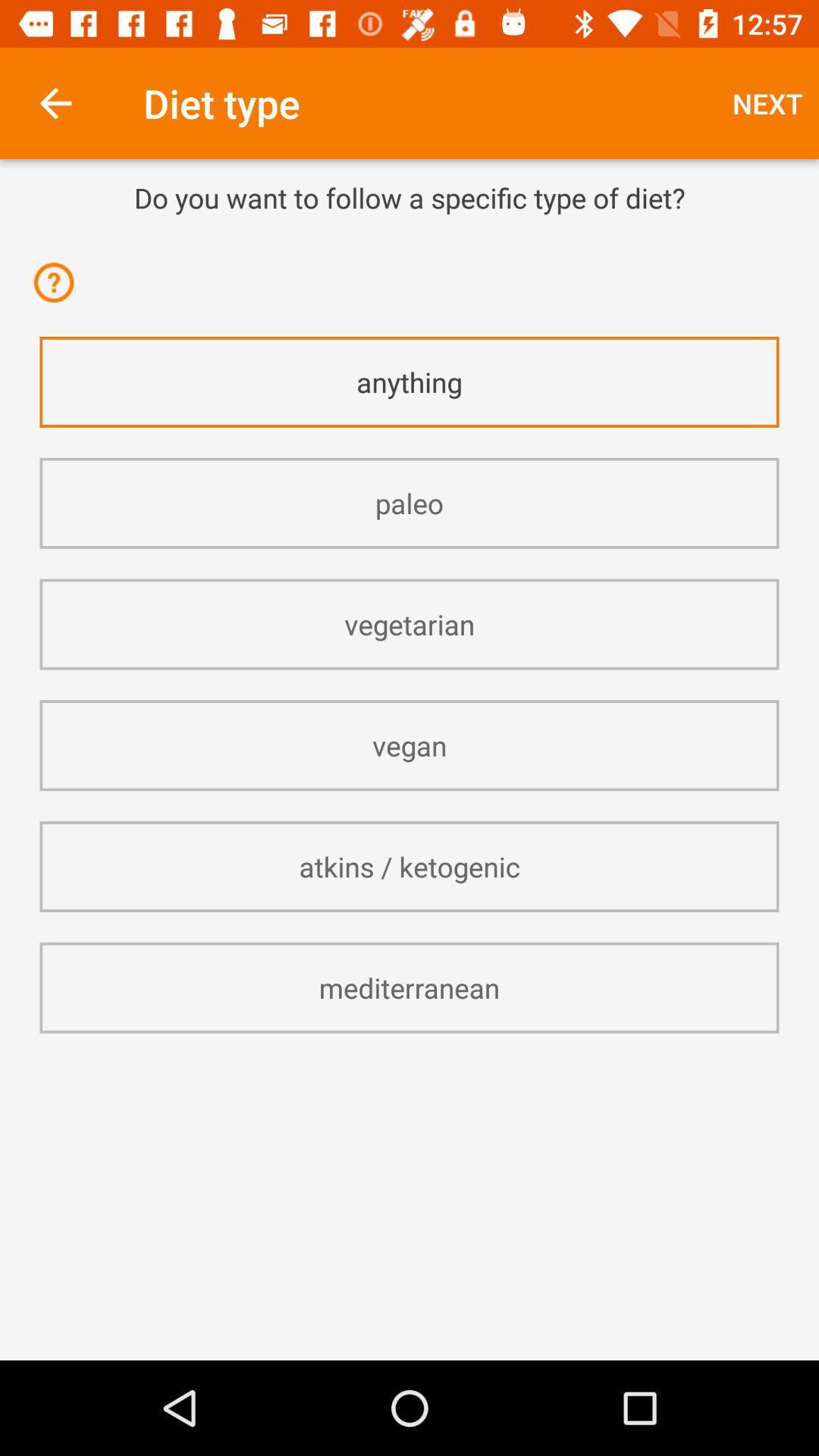 Image resolution: width=819 pixels, height=1456 pixels. What do you see at coordinates (409, 987) in the screenshot?
I see `the item below the atkins / ketogenic item` at bounding box center [409, 987].